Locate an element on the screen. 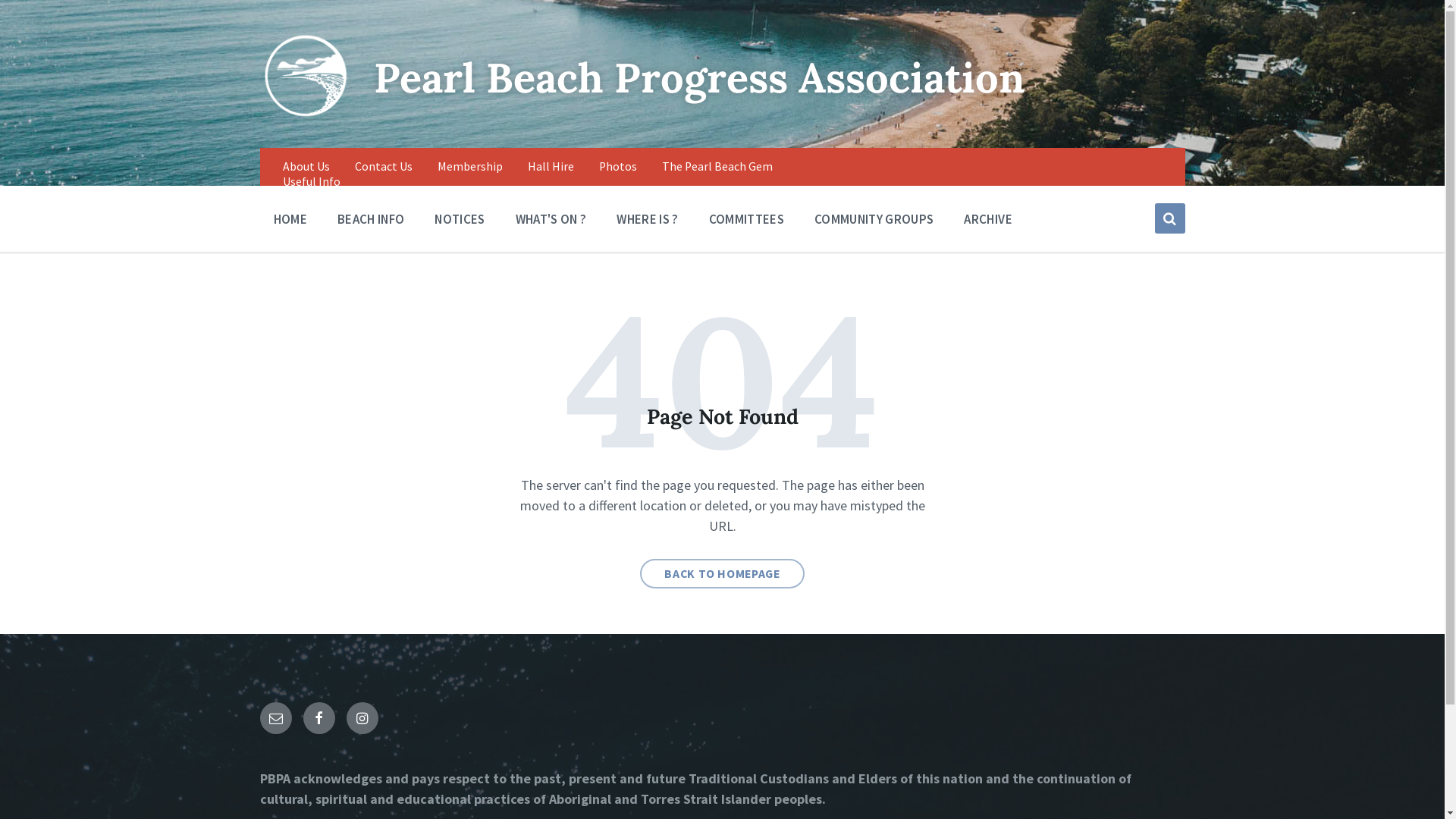  'The Pearl Beach Gem' is located at coordinates (716, 166).